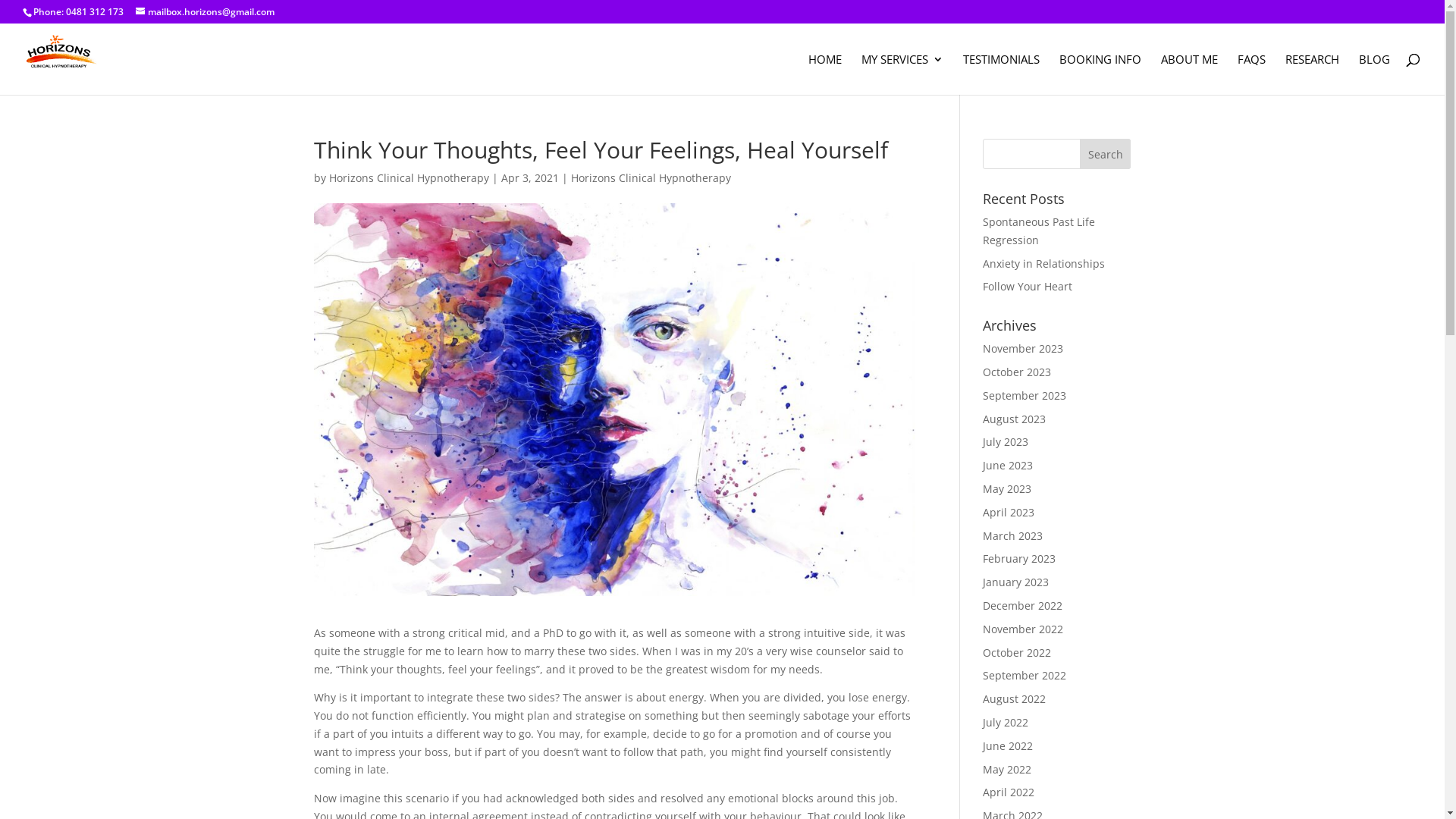 The width and height of the screenshot is (1456, 819). Describe the element at coordinates (1037, 231) in the screenshot. I see `'Spontaneous Past Life Regression'` at that location.